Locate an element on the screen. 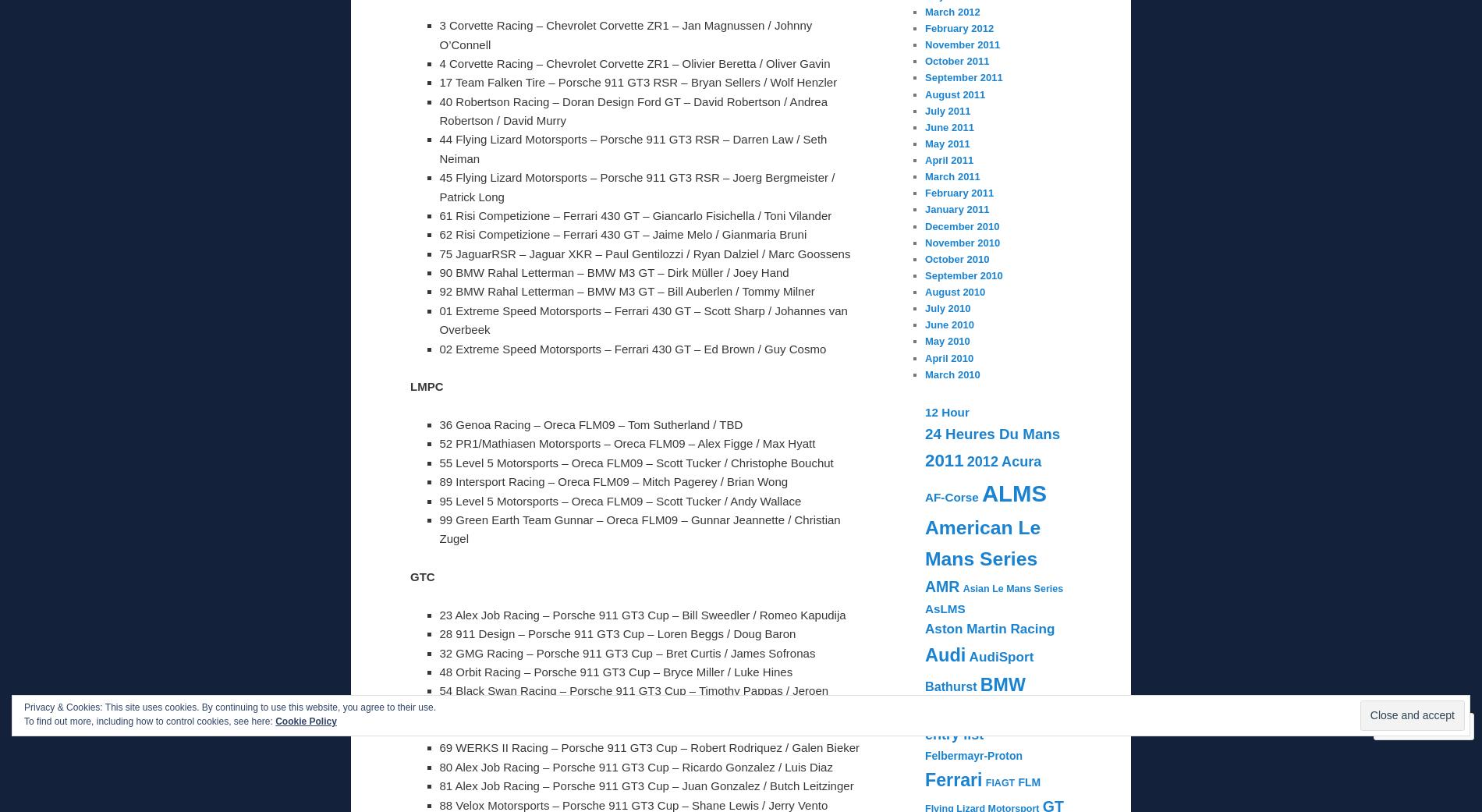 The image size is (1482, 812). 'GTC' is located at coordinates (422, 576).